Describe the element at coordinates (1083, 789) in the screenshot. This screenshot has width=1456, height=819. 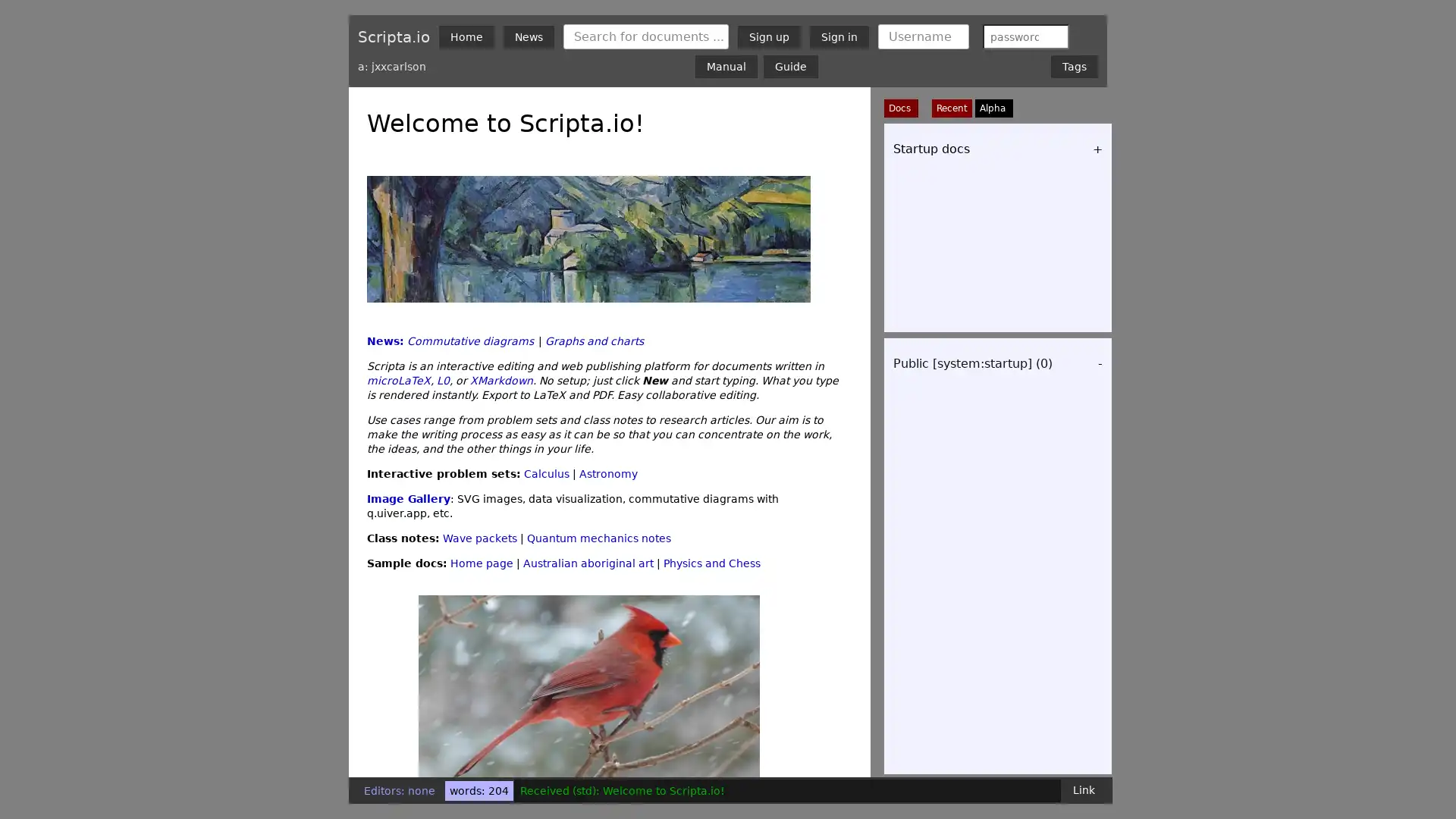
I see `Link External link to public document` at that location.